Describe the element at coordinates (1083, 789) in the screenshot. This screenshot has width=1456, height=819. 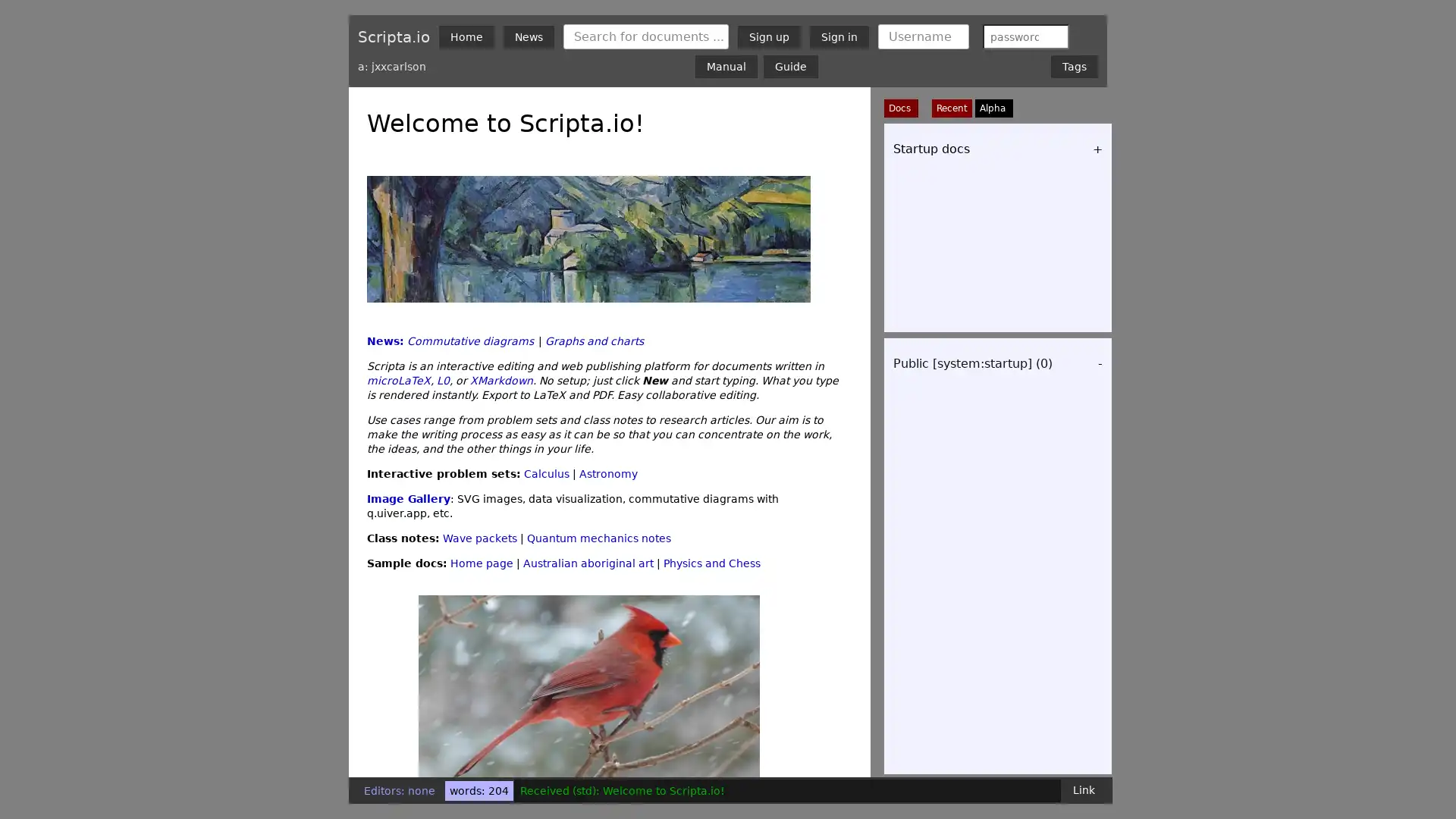
I see `Link External link to public document` at that location.